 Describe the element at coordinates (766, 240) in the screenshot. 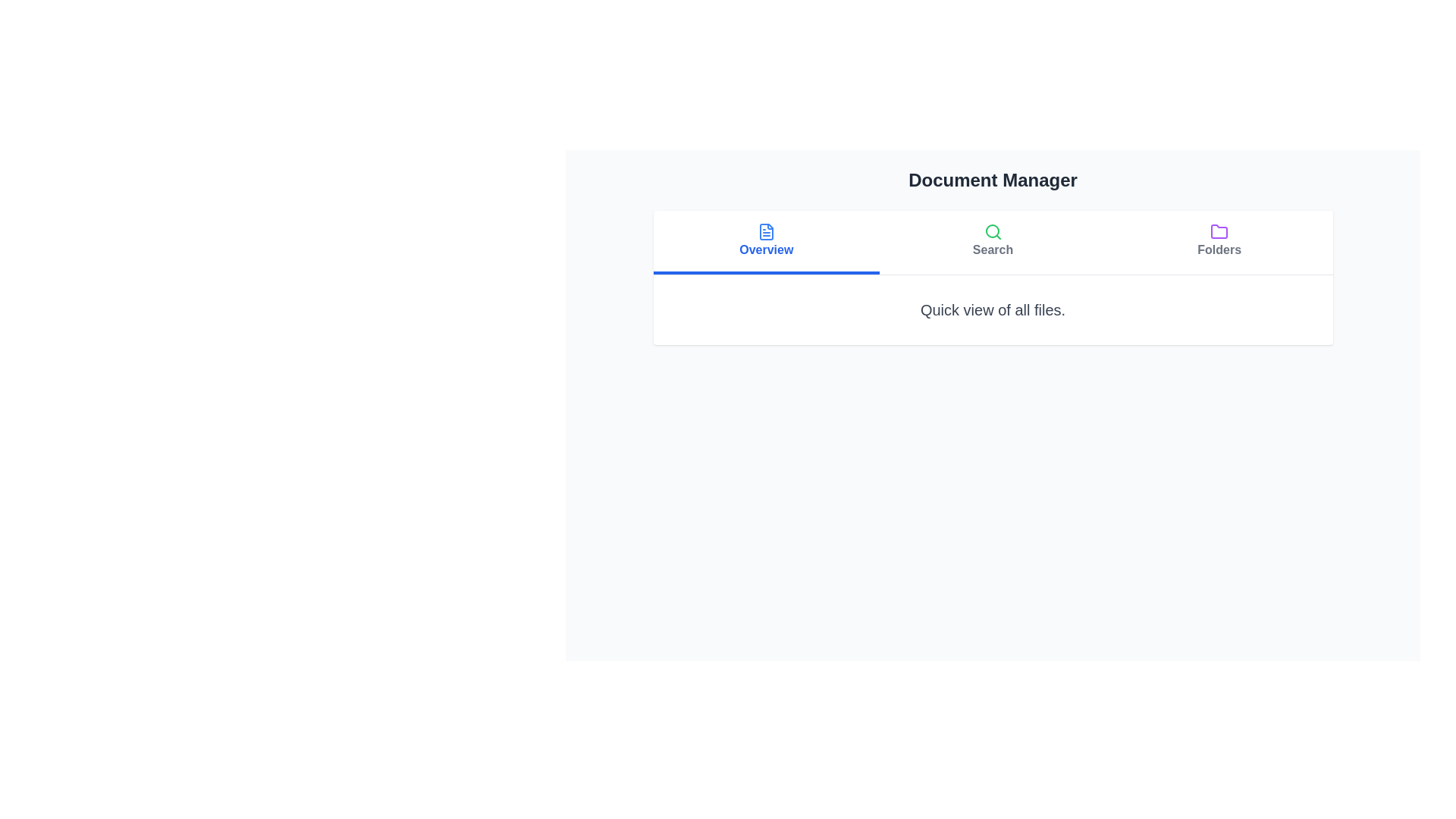

I see `the Navigation tab icon` at that location.